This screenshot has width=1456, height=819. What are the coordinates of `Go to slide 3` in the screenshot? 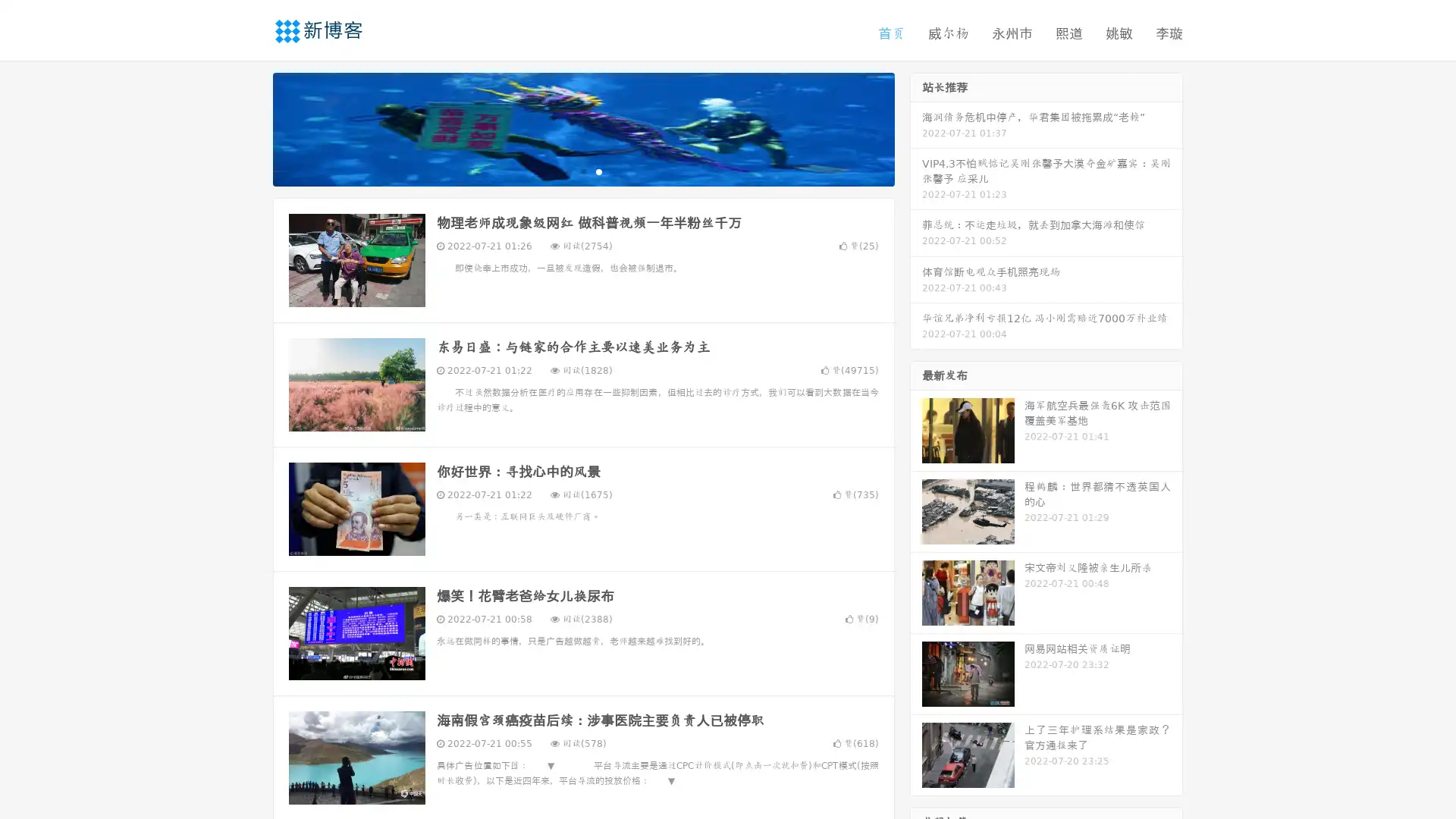 It's located at (598, 171).